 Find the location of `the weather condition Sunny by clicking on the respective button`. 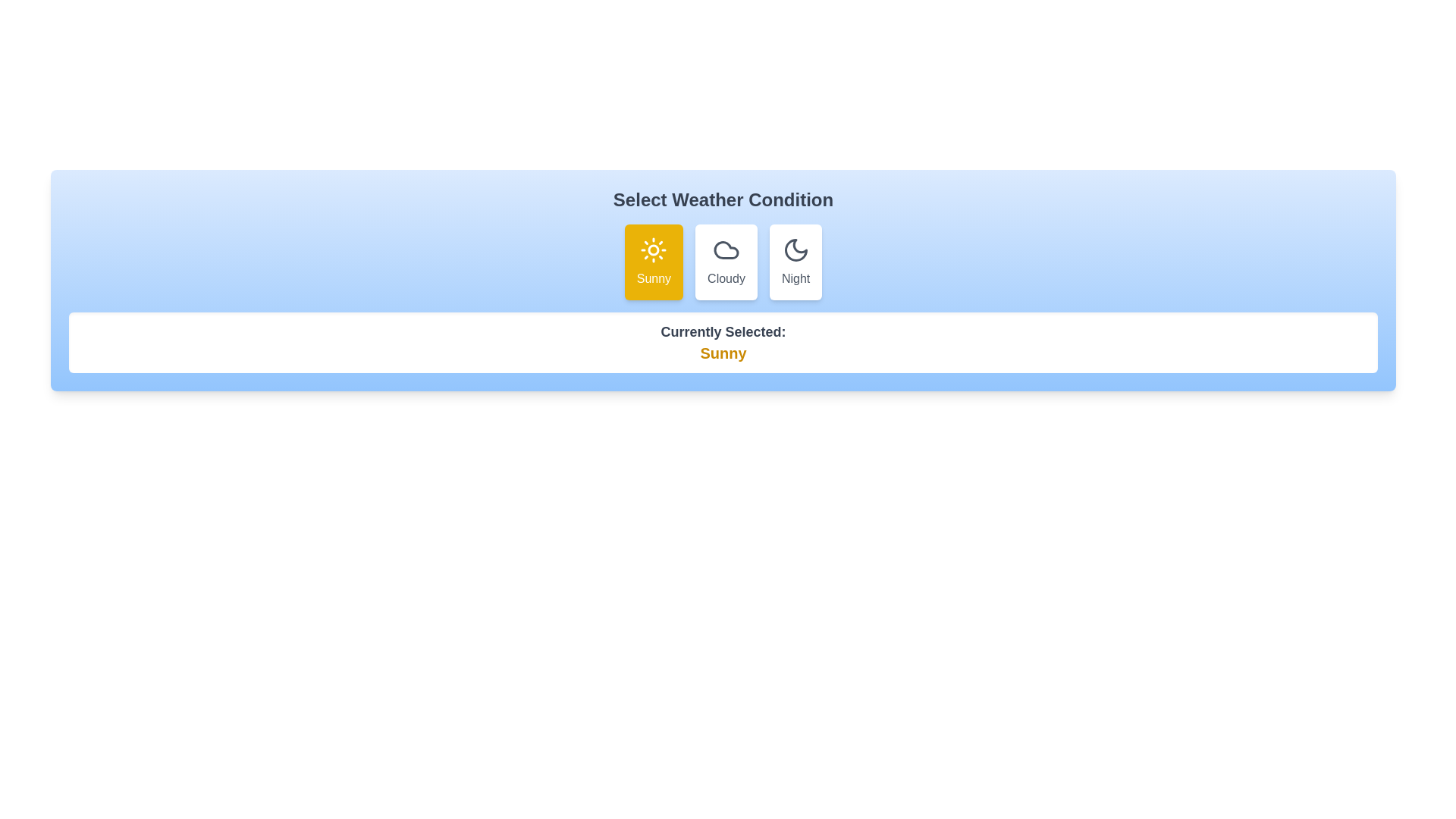

the weather condition Sunny by clicking on the respective button is located at coordinates (654, 262).